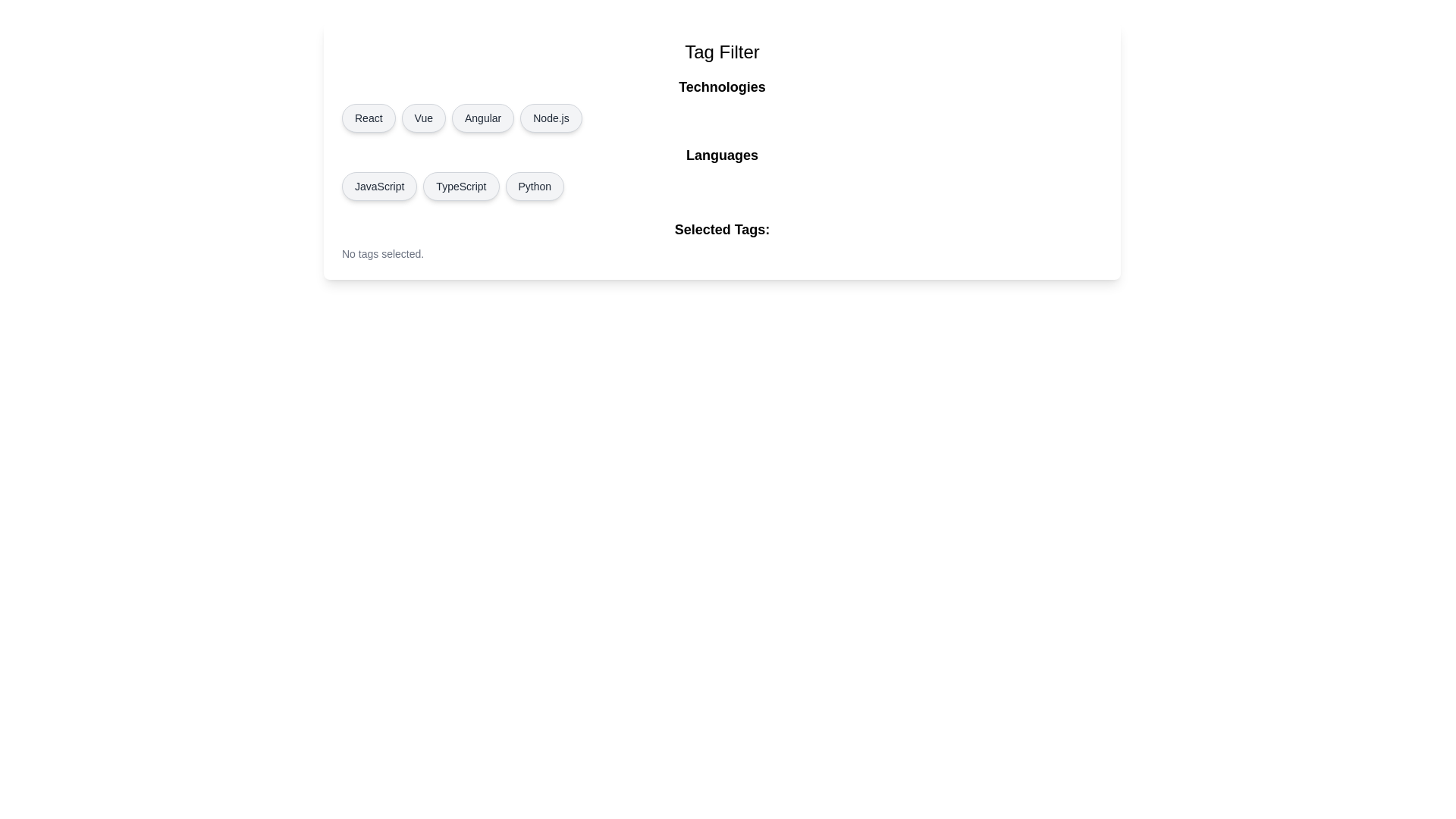 The height and width of the screenshot is (819, 1456). What do you see at coordinates (721, 155) in the screenshot?
I see `the 'Languages' text header, which is a bold and large font section title located directly below the 'Technologies' title` at bounding box center [721, 155].